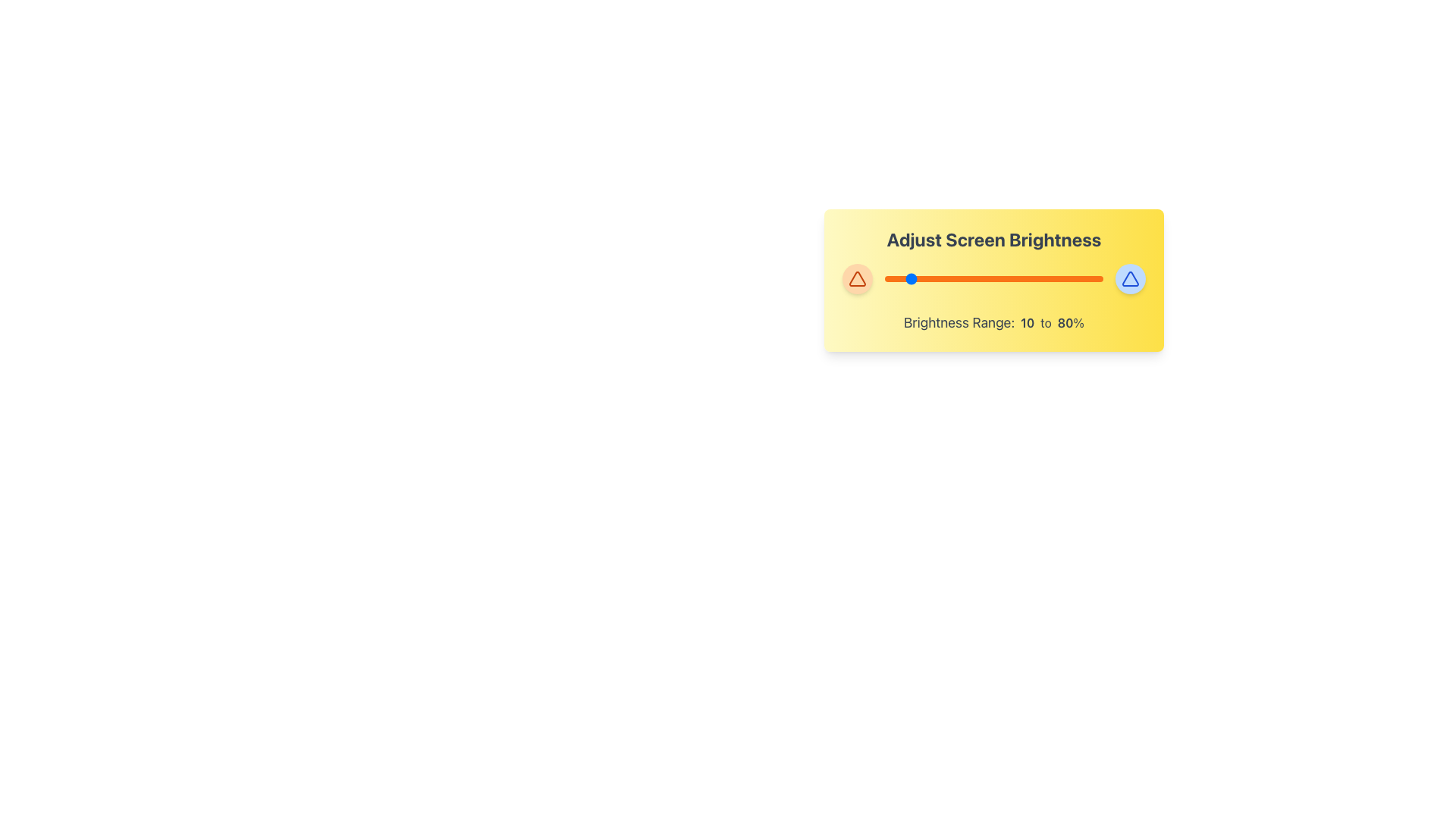 Image resolution: width=1456 pixels, height=819 pixels. I want to click on the brightness, so click(1090, 278).